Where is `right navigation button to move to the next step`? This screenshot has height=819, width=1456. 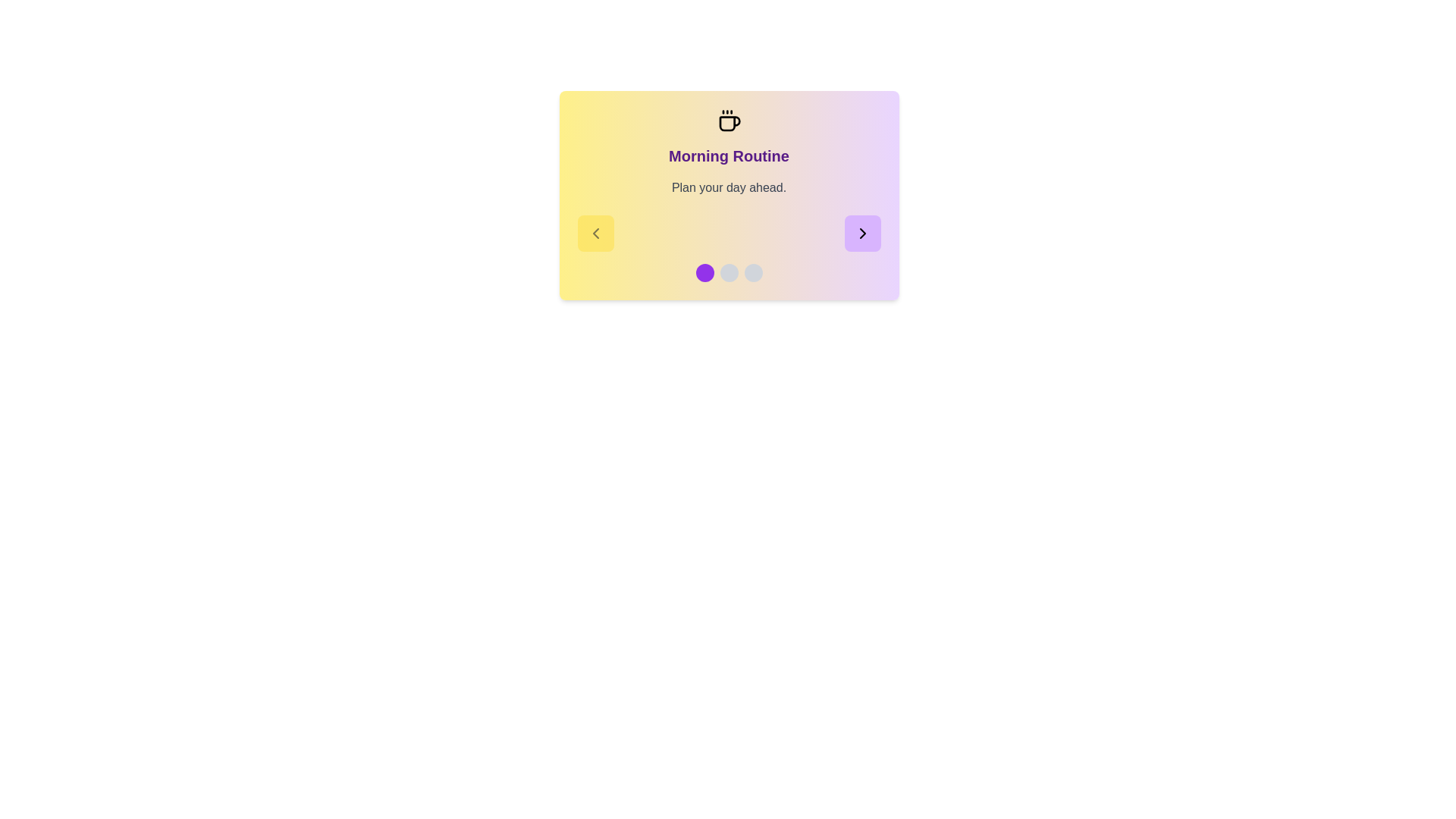
right navigation button to move to the next step is located at coordinates (862, 234).